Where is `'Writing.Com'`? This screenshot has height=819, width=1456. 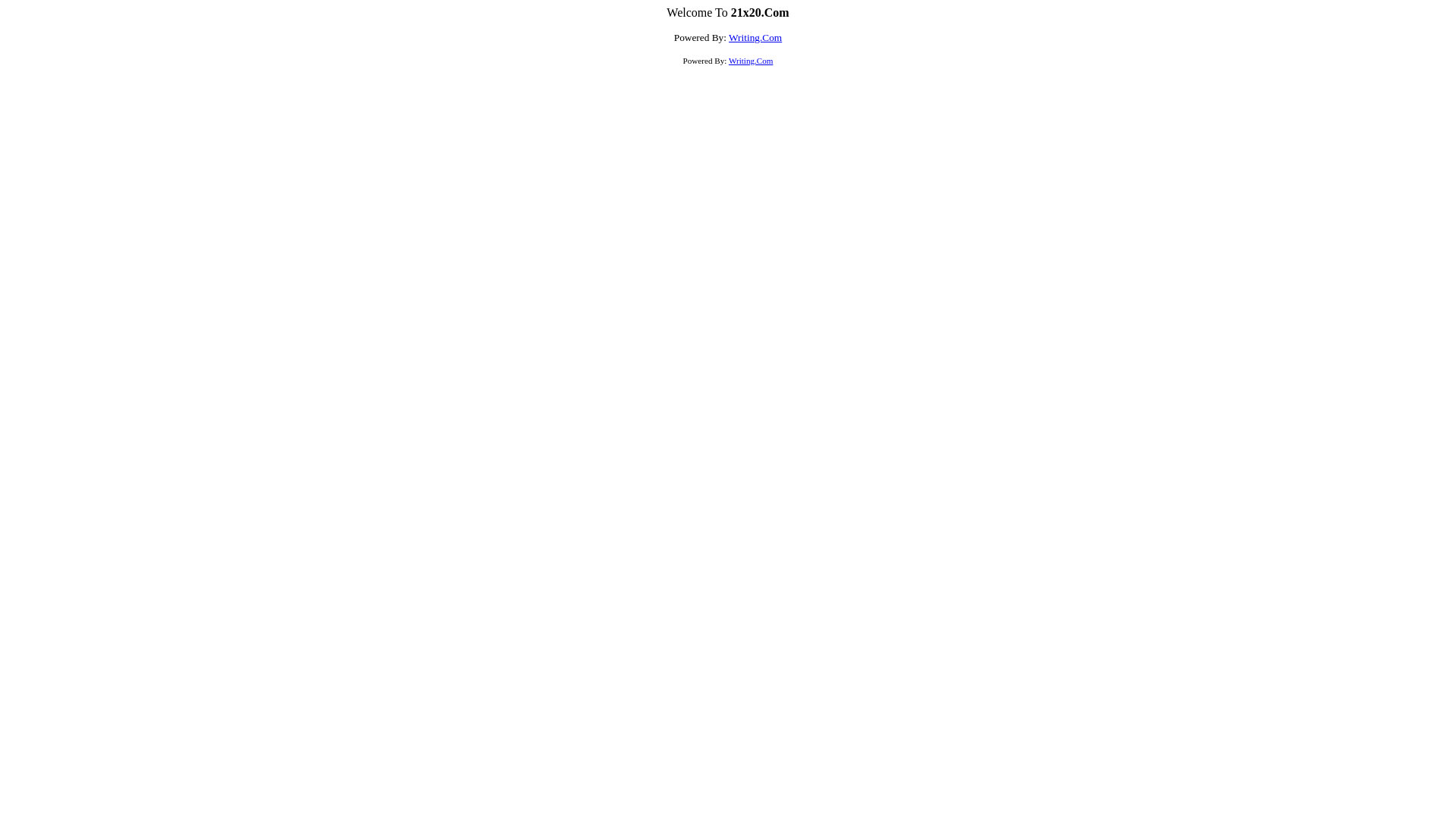
'Writing.Com' is located at coordinates (755, 36).